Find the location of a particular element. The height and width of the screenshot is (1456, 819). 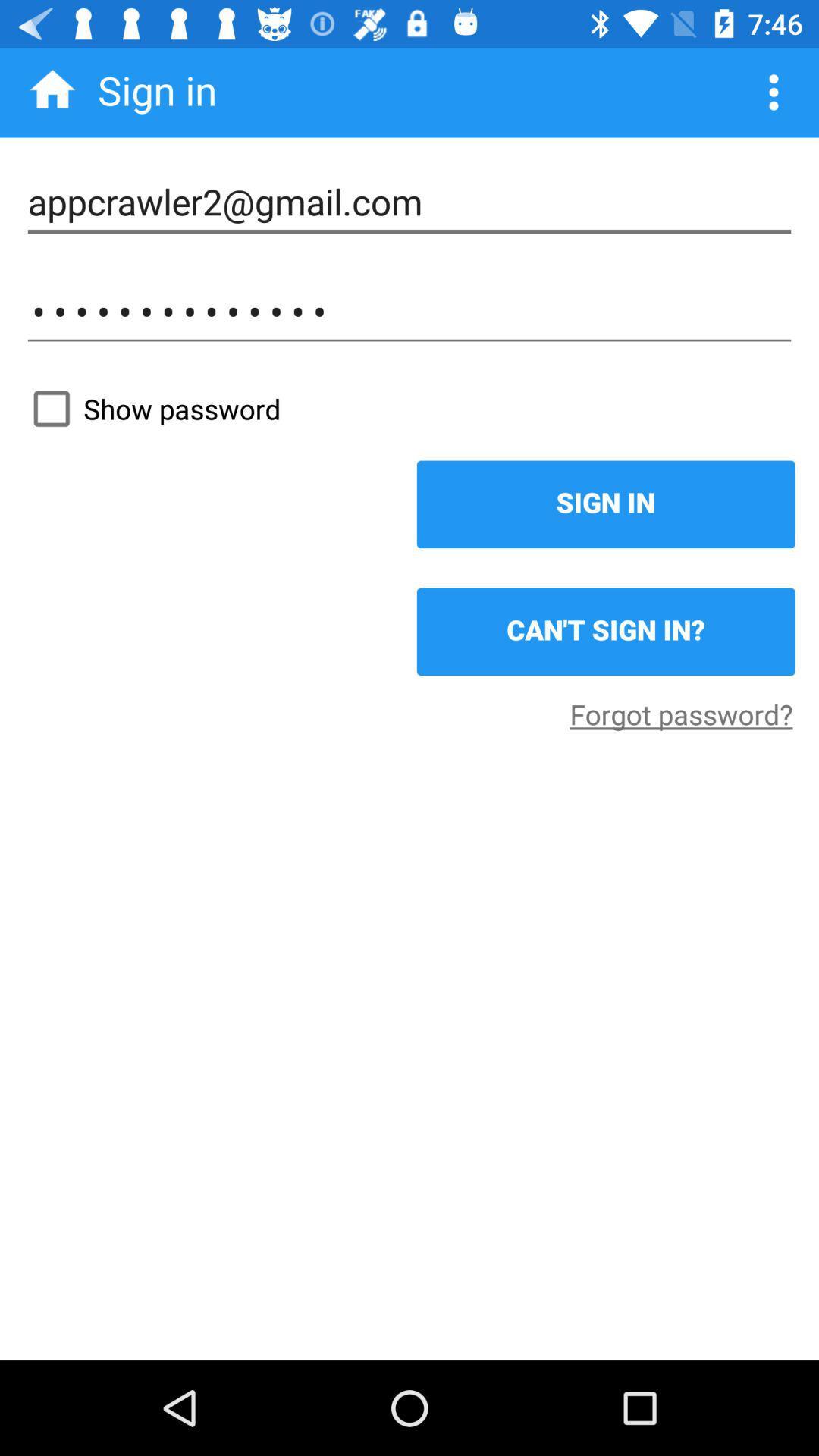

the item below sign in icon is located at coordinates (605, 632).